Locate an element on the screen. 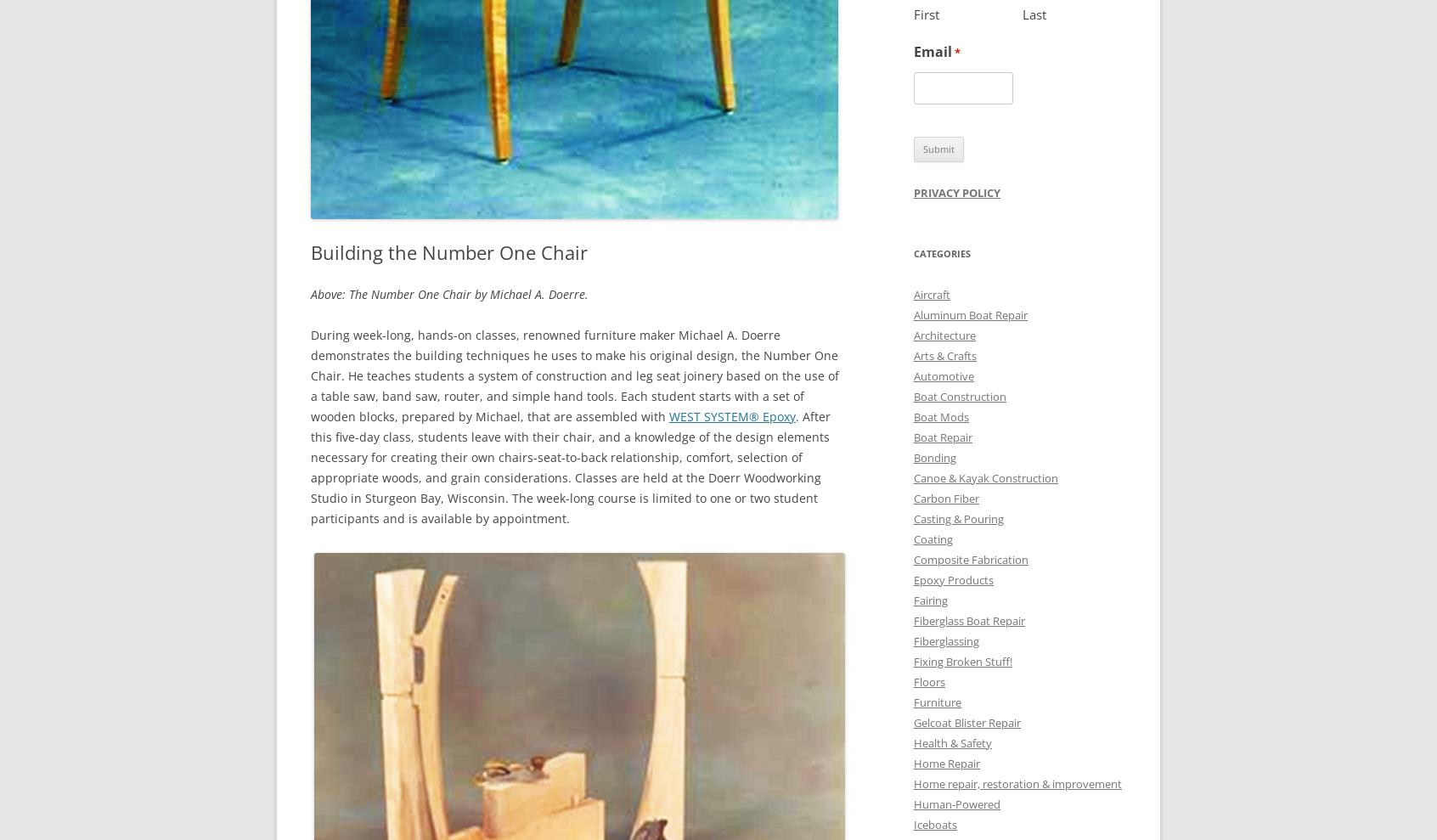 The height and width of the screenshot is (840, 1437). 'Aluminum Boat Repair' is located at coordinates (913, 313).